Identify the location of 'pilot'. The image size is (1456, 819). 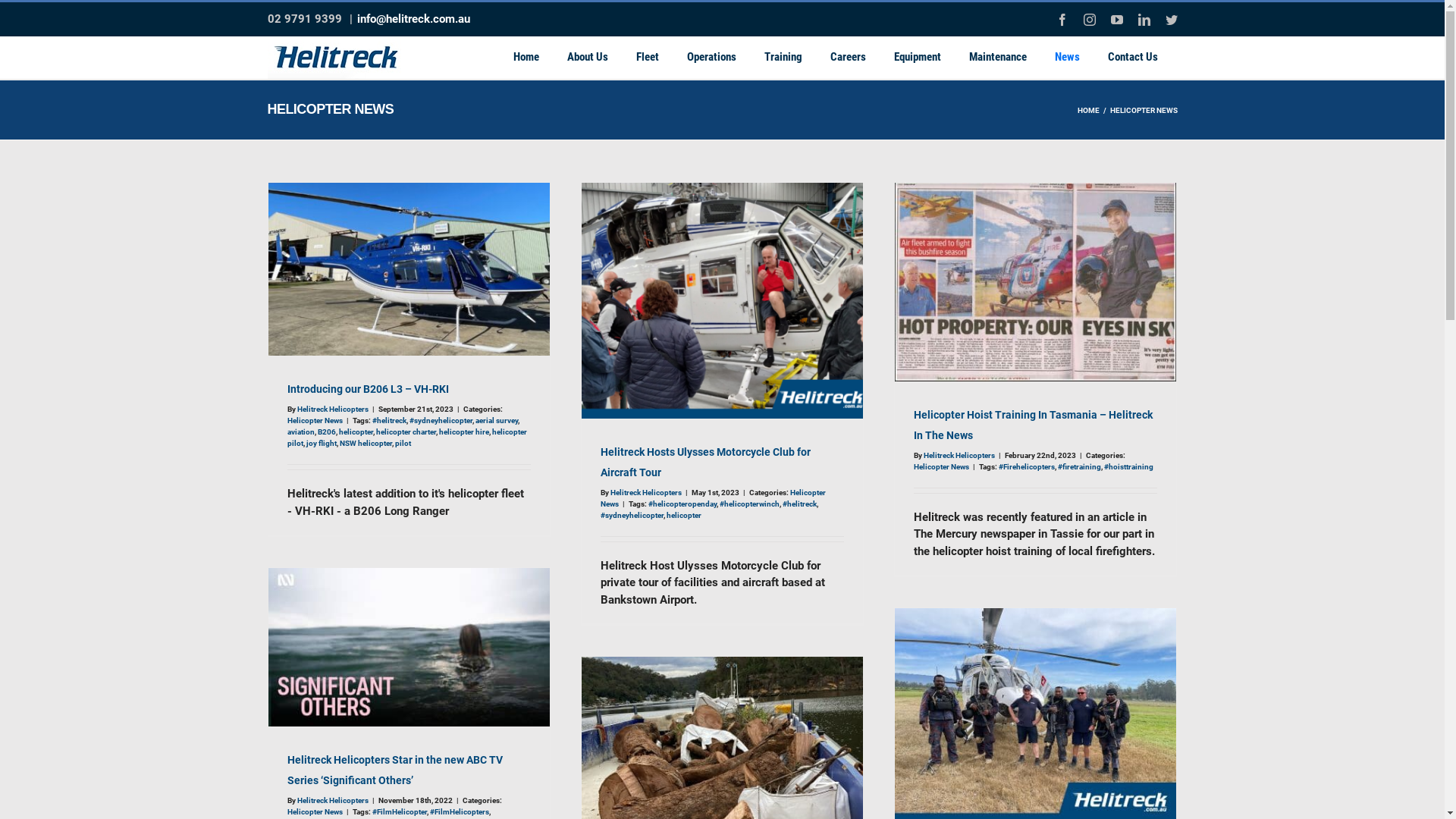
(402, 443).